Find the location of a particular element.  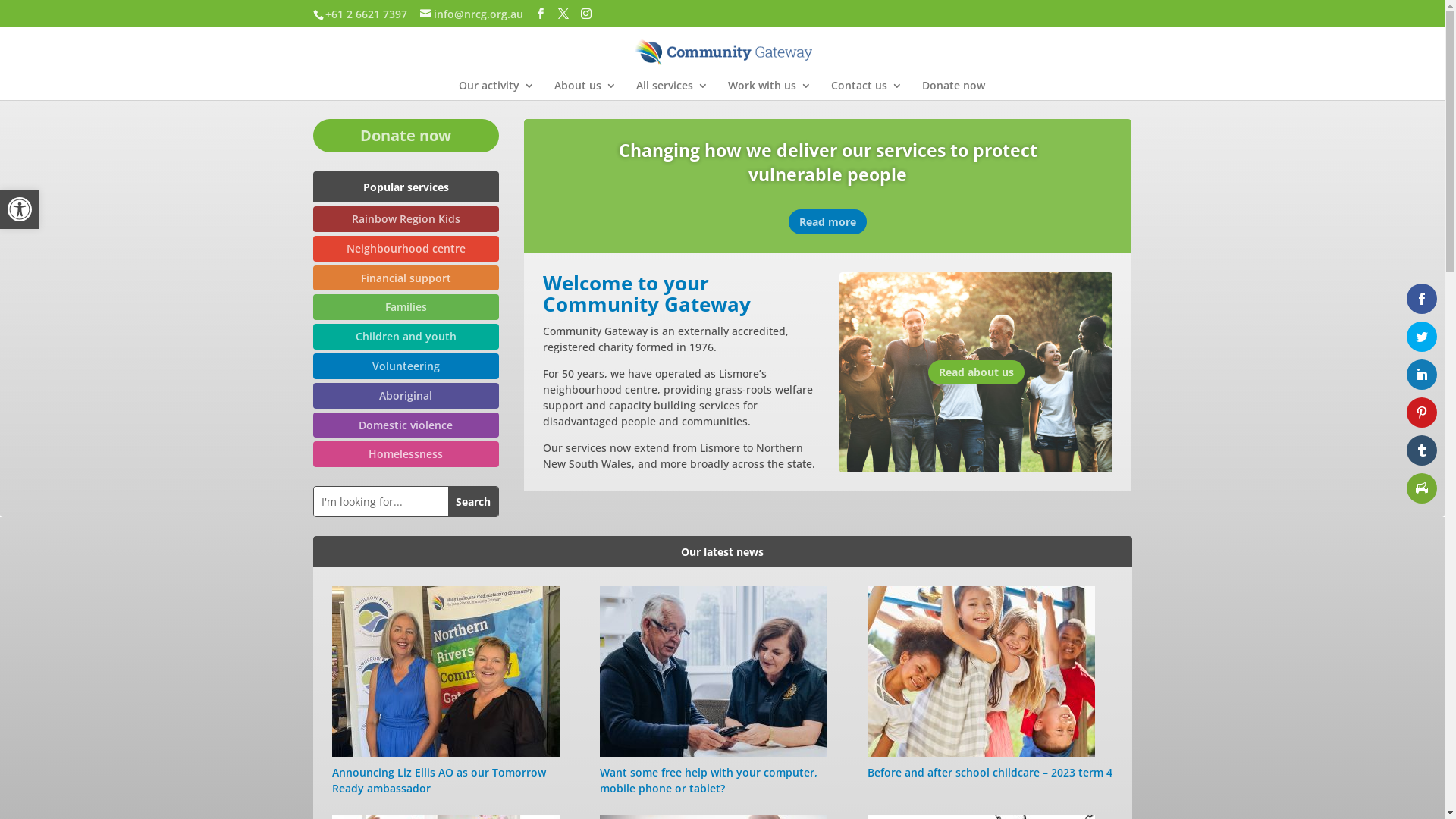

'Read more' is located at coordinates (789, 221).